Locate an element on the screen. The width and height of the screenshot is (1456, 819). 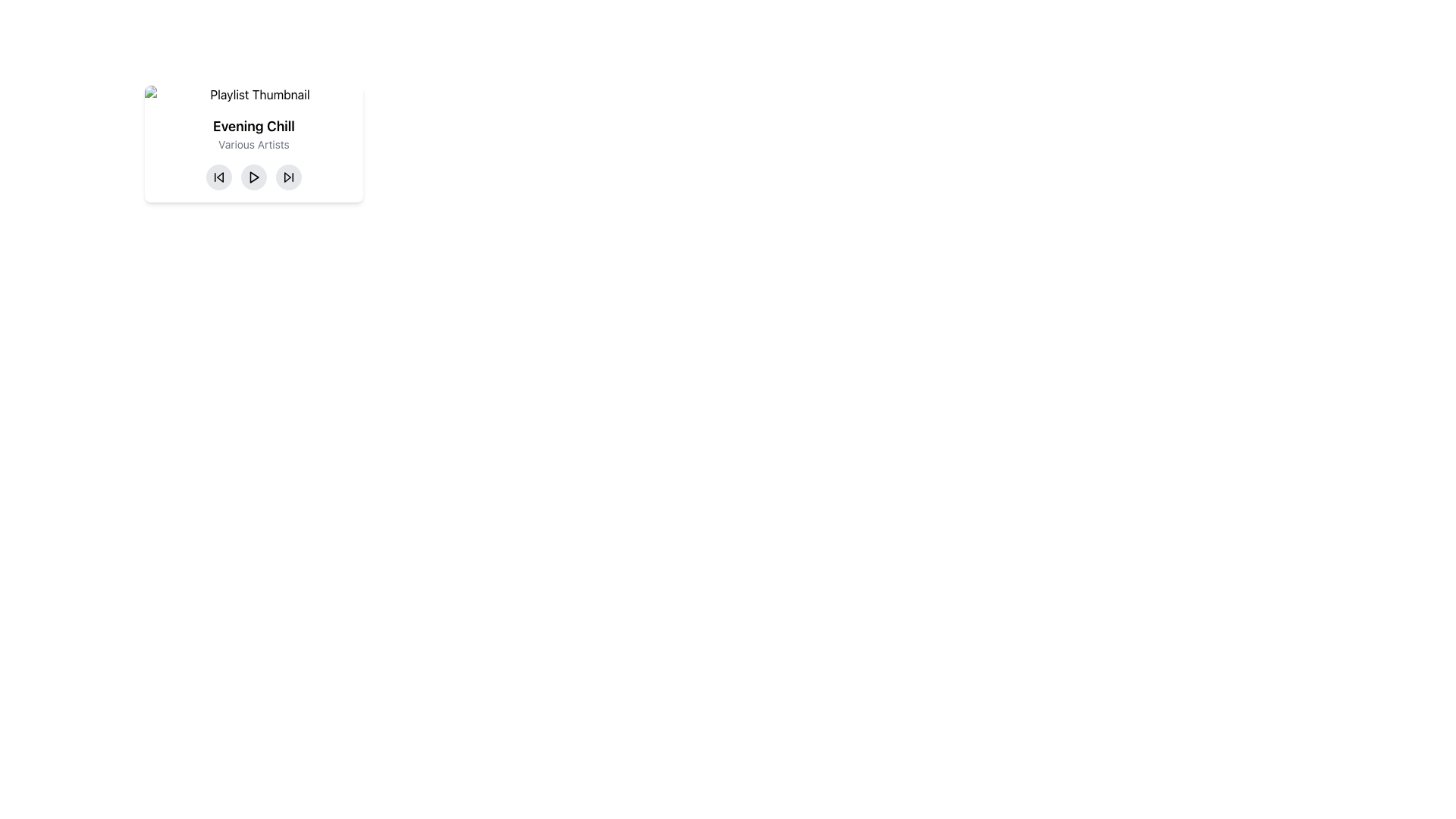
the rightmost button under the text 'Evening Chill' to skip to the next media track in the playlist is located at coordinates (288, 177).